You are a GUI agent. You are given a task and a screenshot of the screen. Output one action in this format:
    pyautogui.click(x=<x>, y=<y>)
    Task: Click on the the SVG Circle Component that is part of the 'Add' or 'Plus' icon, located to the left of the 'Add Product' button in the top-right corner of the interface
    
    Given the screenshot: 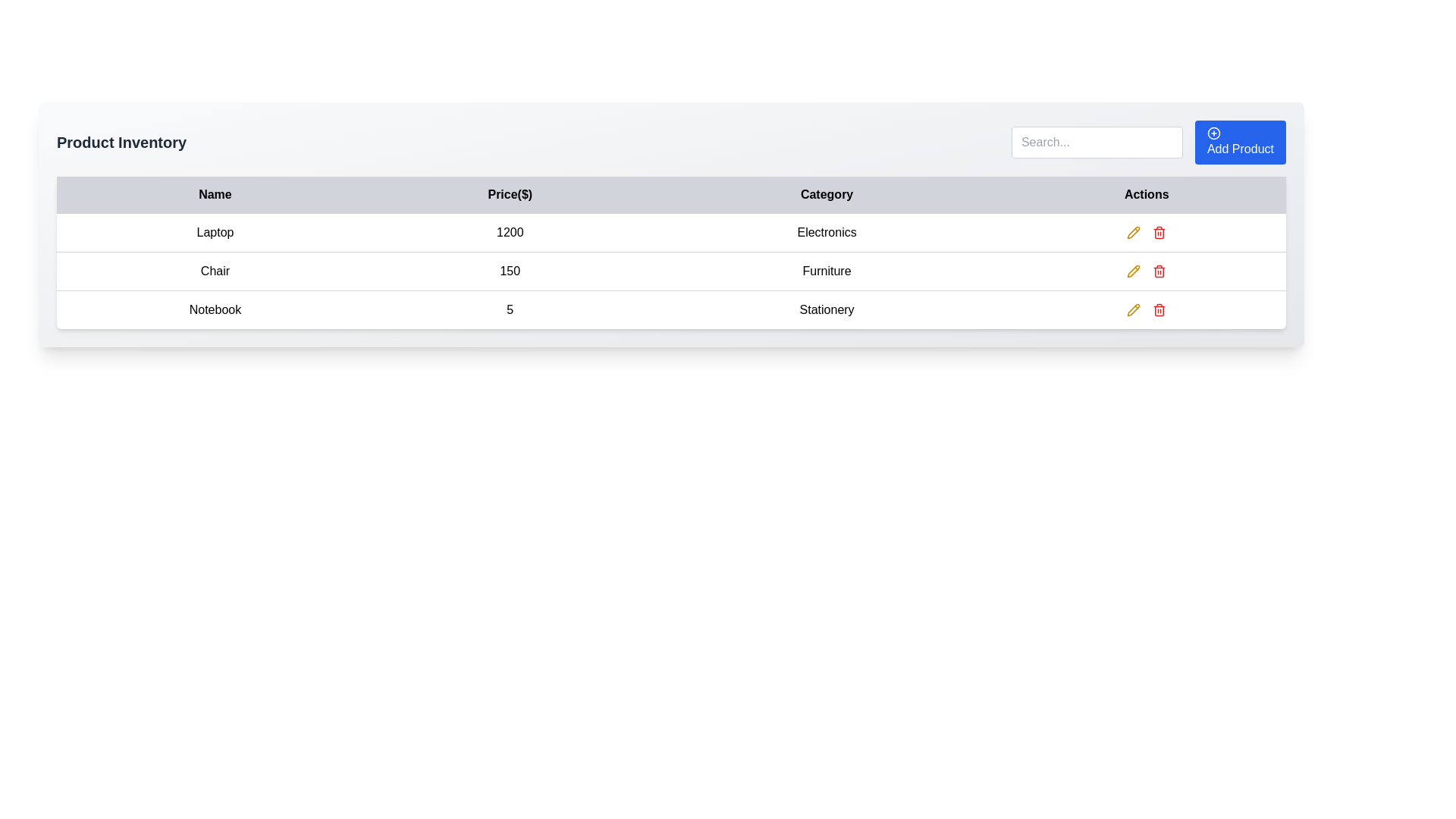 What is the action you would take?
    pyautogui.click(x=1213, y=133)
    